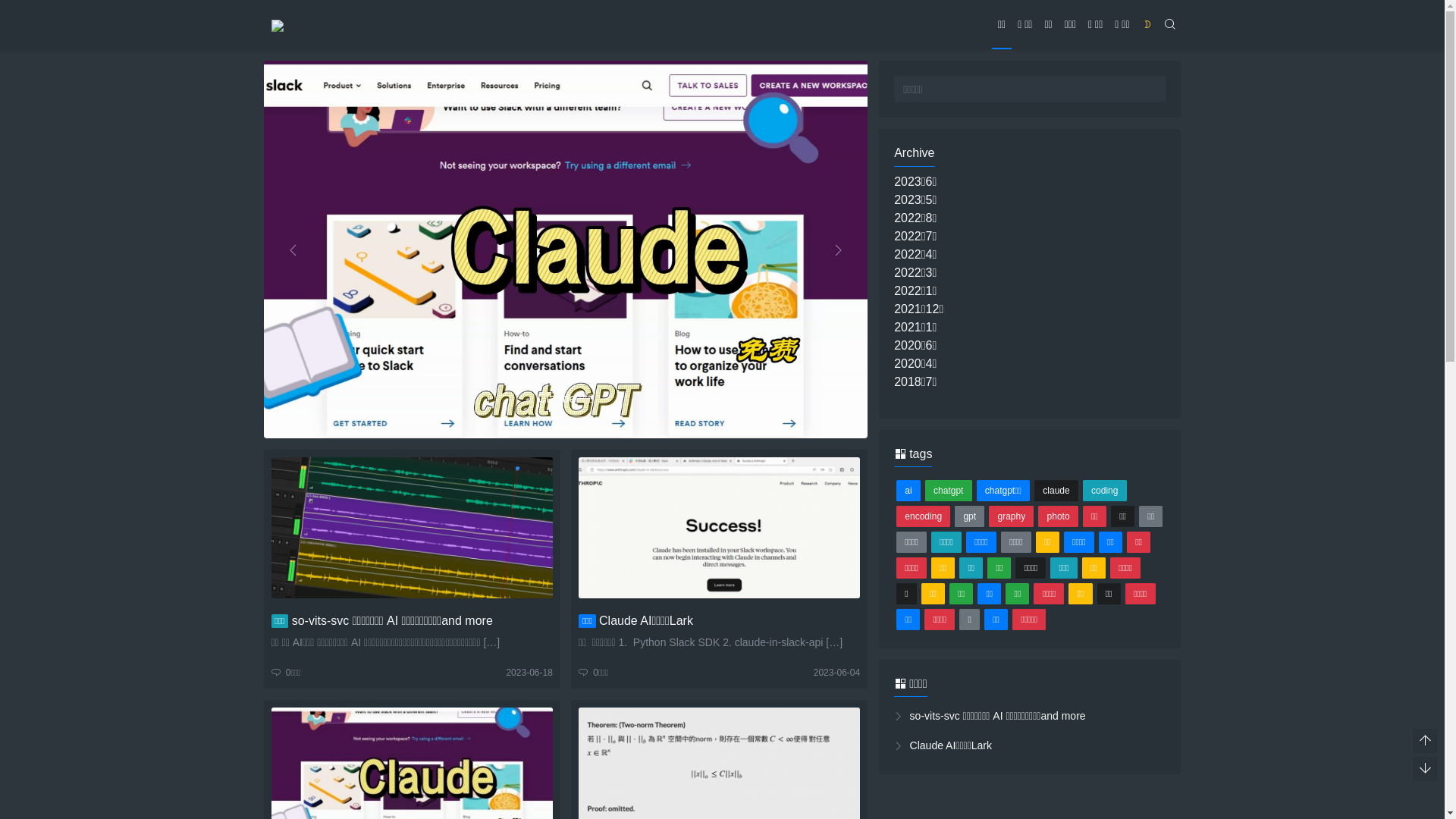 This screenshot has width=1456, height=819. Describe the element at coordinates (908, 491) in the screenshot. I see `'ai'` at that location.